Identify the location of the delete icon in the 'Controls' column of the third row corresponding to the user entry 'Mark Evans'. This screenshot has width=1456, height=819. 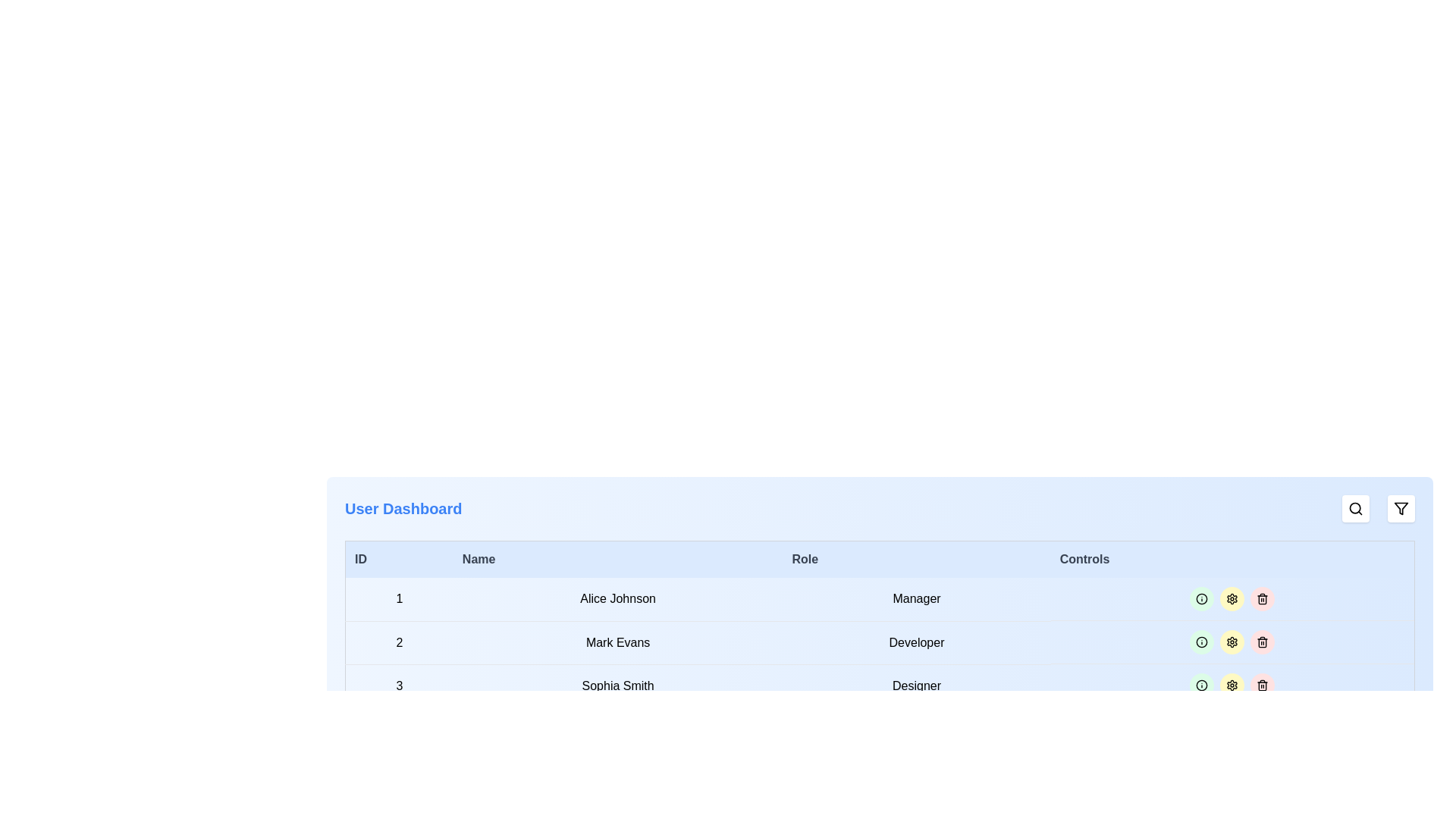
(1263, 642).